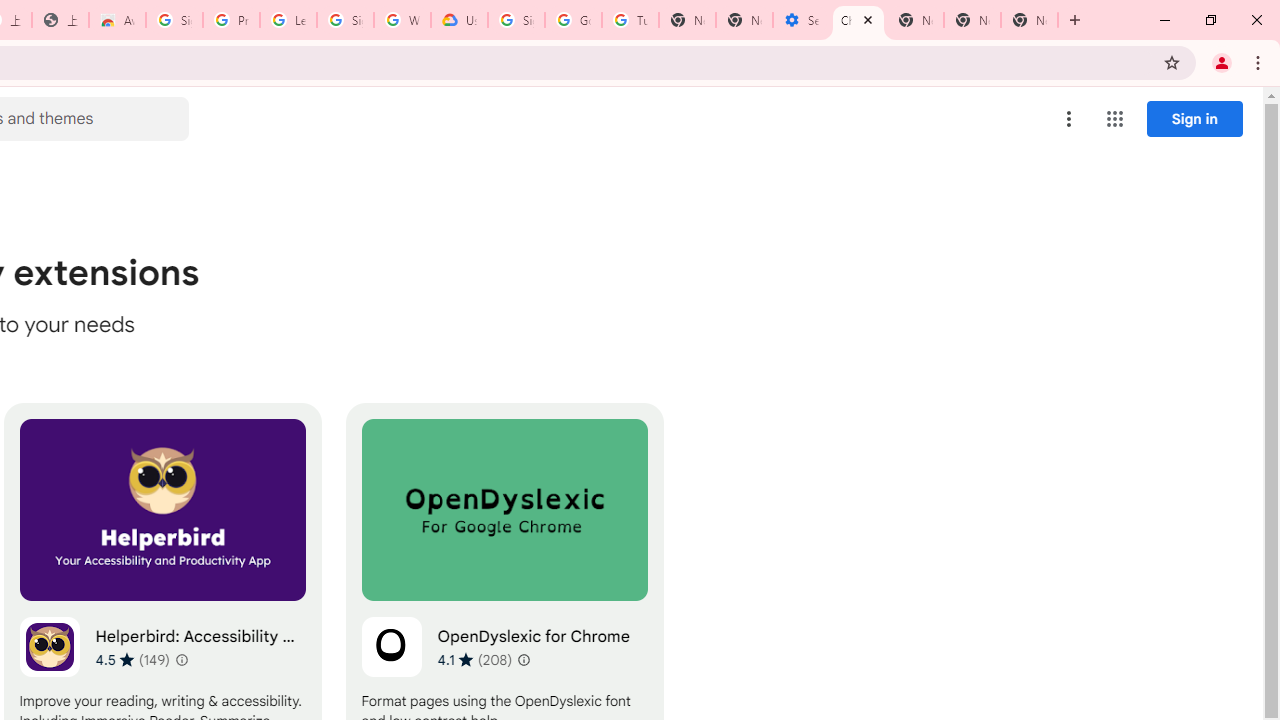  Describe the element at coordinates (801, 20) in the screenshot. I see `'Settings - Accessibility'` at that location.